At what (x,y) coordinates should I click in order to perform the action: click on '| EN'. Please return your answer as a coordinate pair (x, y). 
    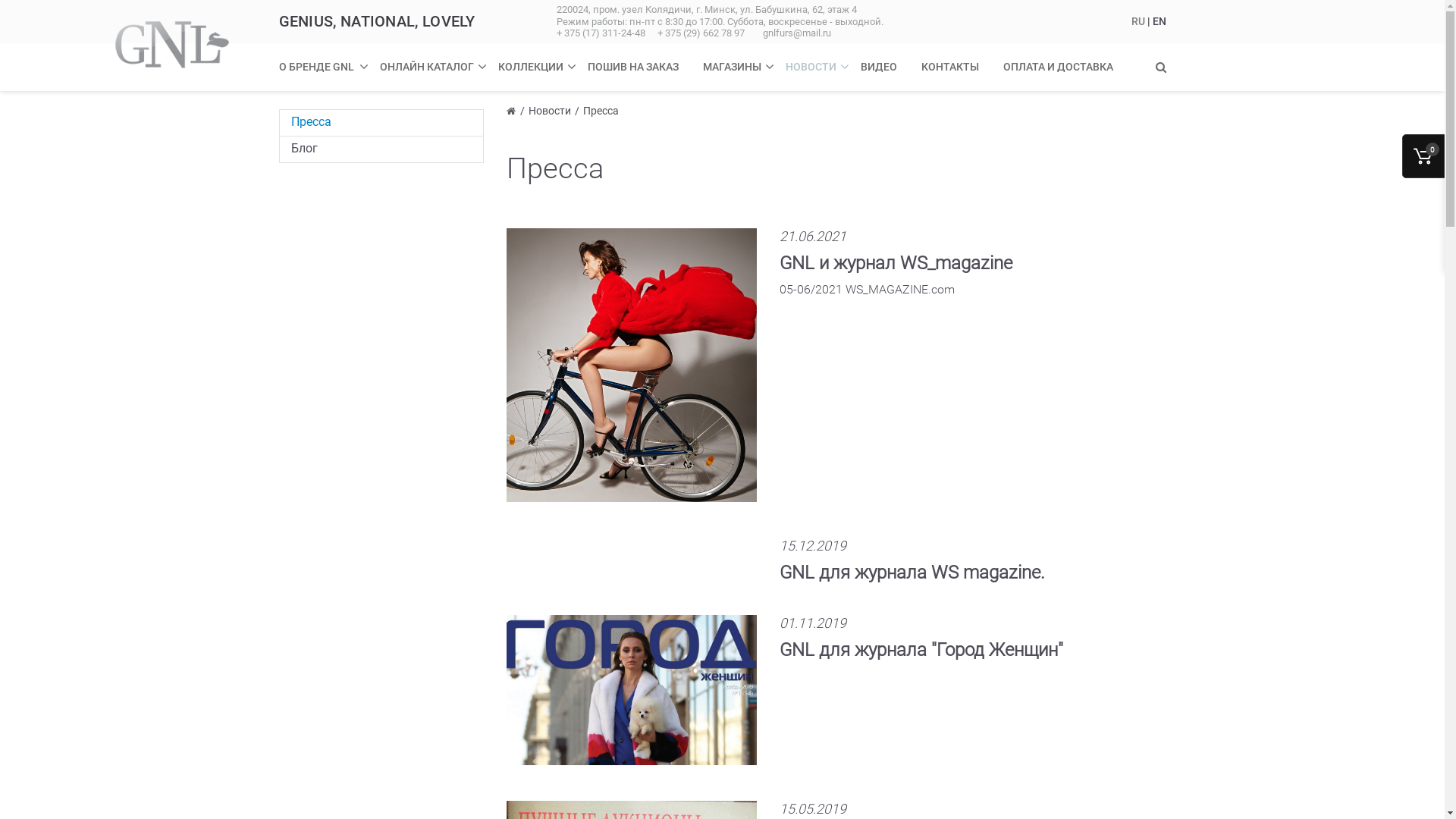
    Looking at the image, I should click on (1155, 20).